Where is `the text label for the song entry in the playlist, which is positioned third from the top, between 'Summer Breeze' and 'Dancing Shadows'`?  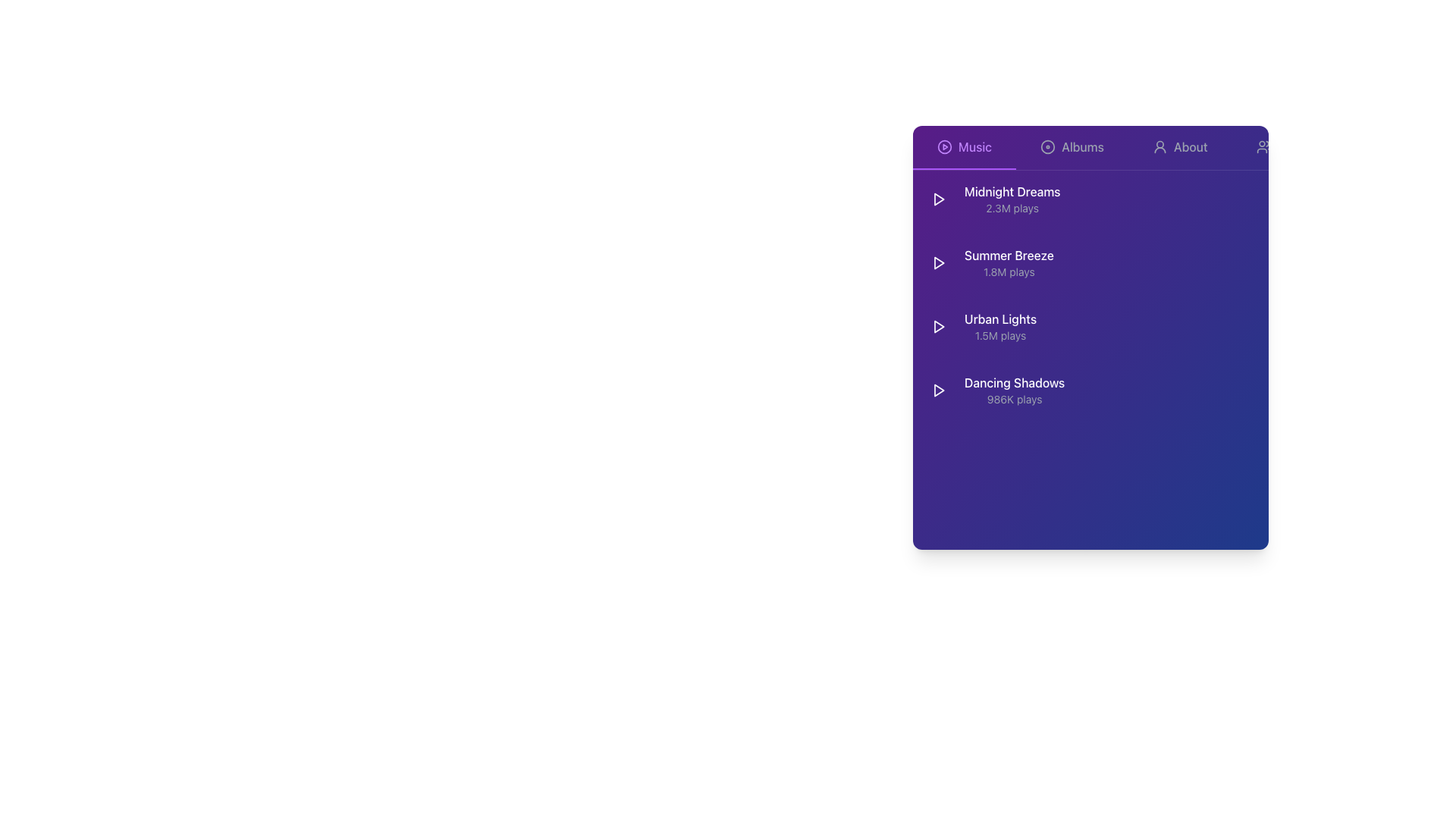 the text label for the song entry in the playlist, which is positioned third from the top, between 'Summer Breeze' and 'Dancing Shadows' is located at coordinates (1000, 318).